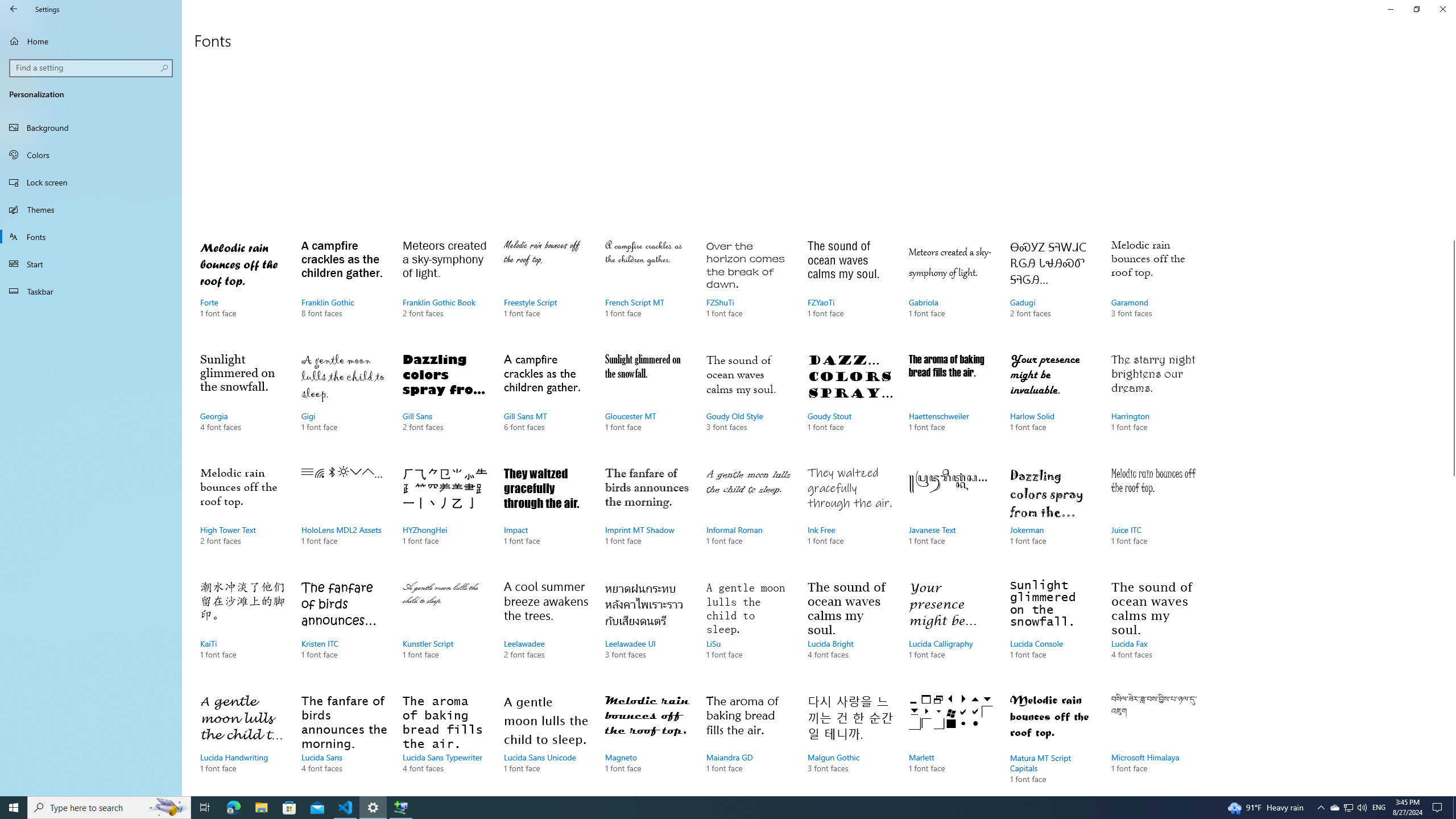 The height and width of the screenshot is (819, 1456). I want to click on 'Lucida Bright, 4 font faces', so click(850, 630).